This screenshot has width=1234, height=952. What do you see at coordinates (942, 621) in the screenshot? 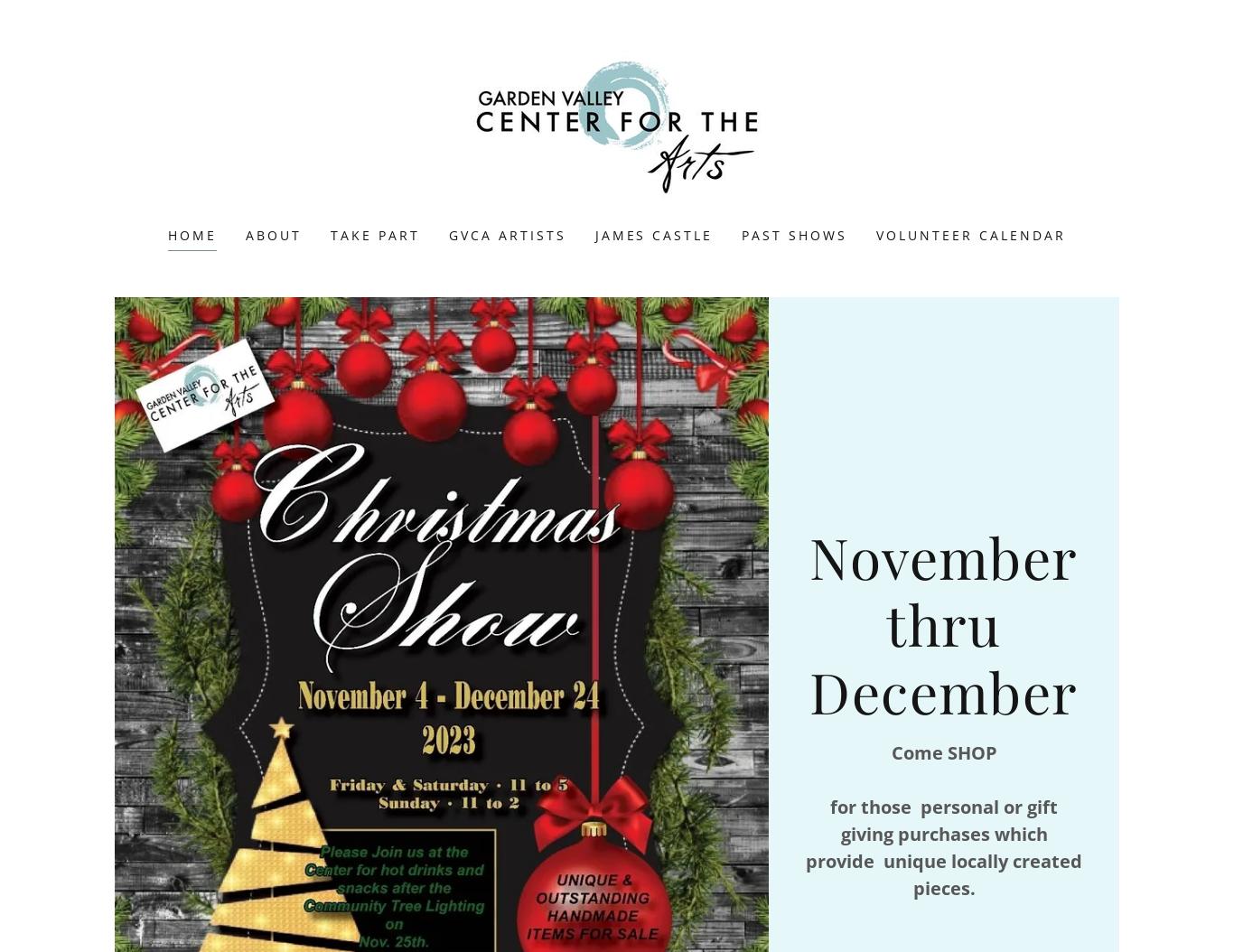
I see `'November thru 
December'` at bounding box center [942, 621].